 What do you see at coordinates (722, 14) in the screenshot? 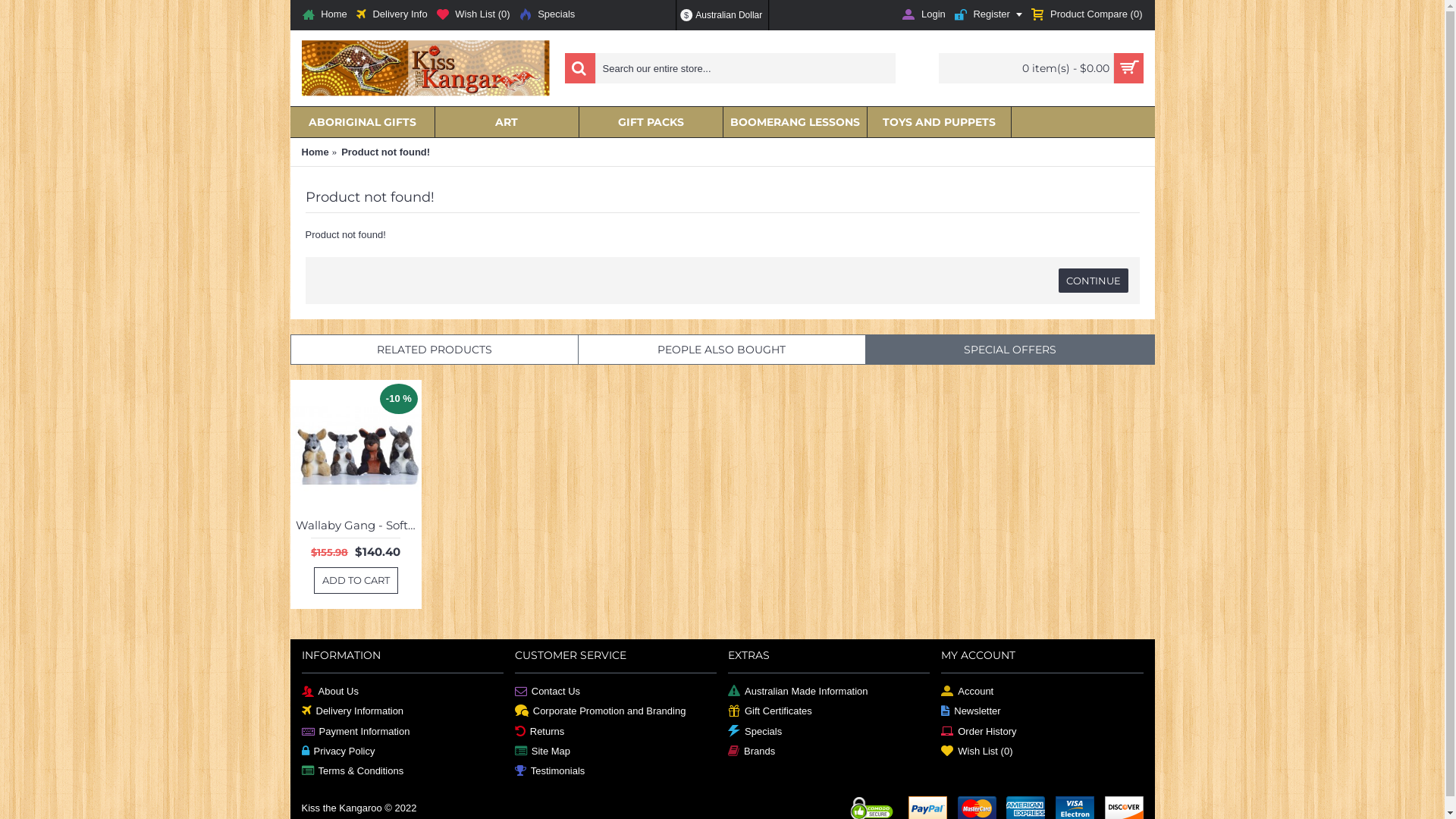
I see `'$` at bounding box center [722, 14].